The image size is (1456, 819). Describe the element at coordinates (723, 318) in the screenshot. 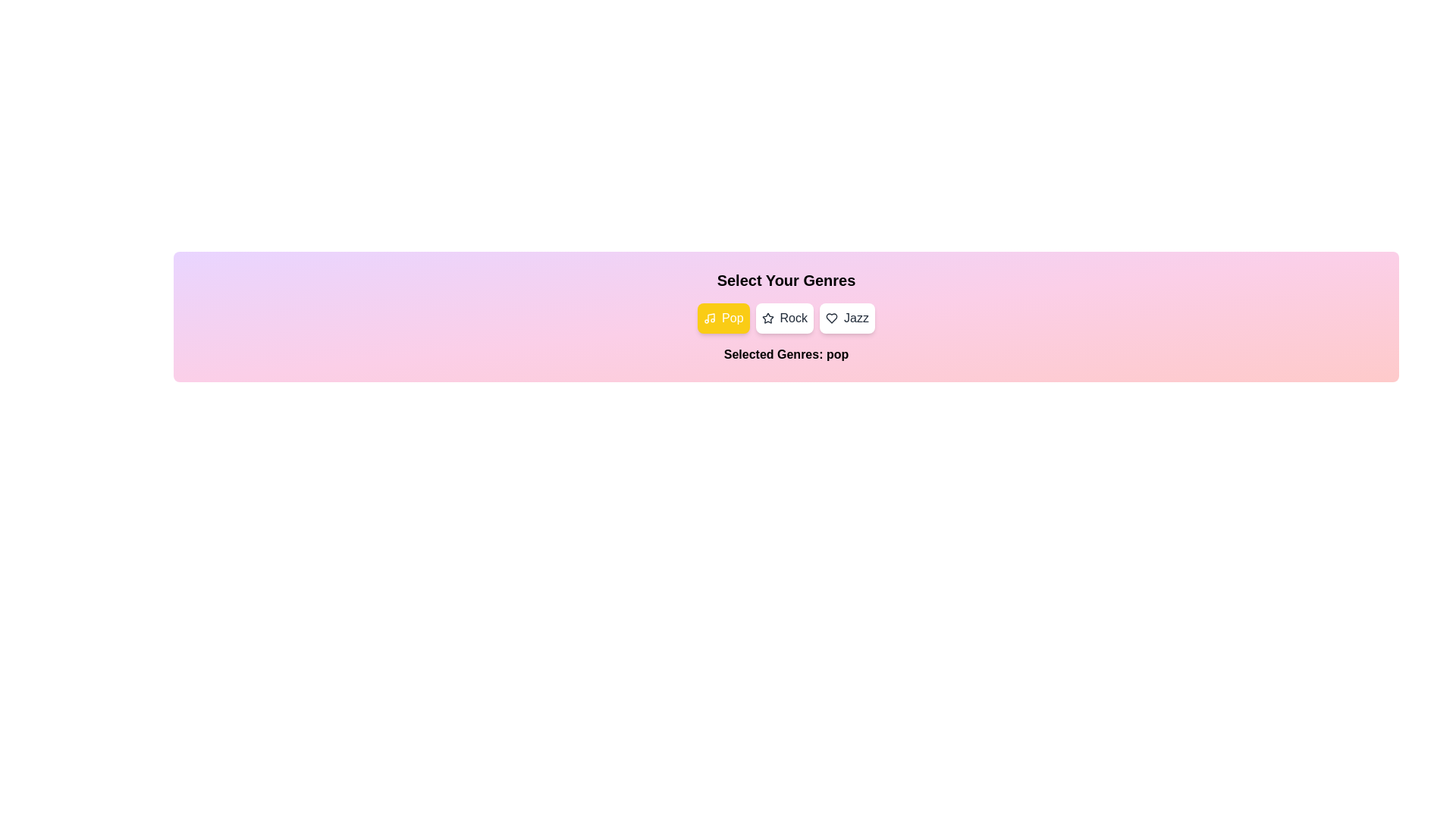

I see `the Pop button to observe its hover effect` at that location.